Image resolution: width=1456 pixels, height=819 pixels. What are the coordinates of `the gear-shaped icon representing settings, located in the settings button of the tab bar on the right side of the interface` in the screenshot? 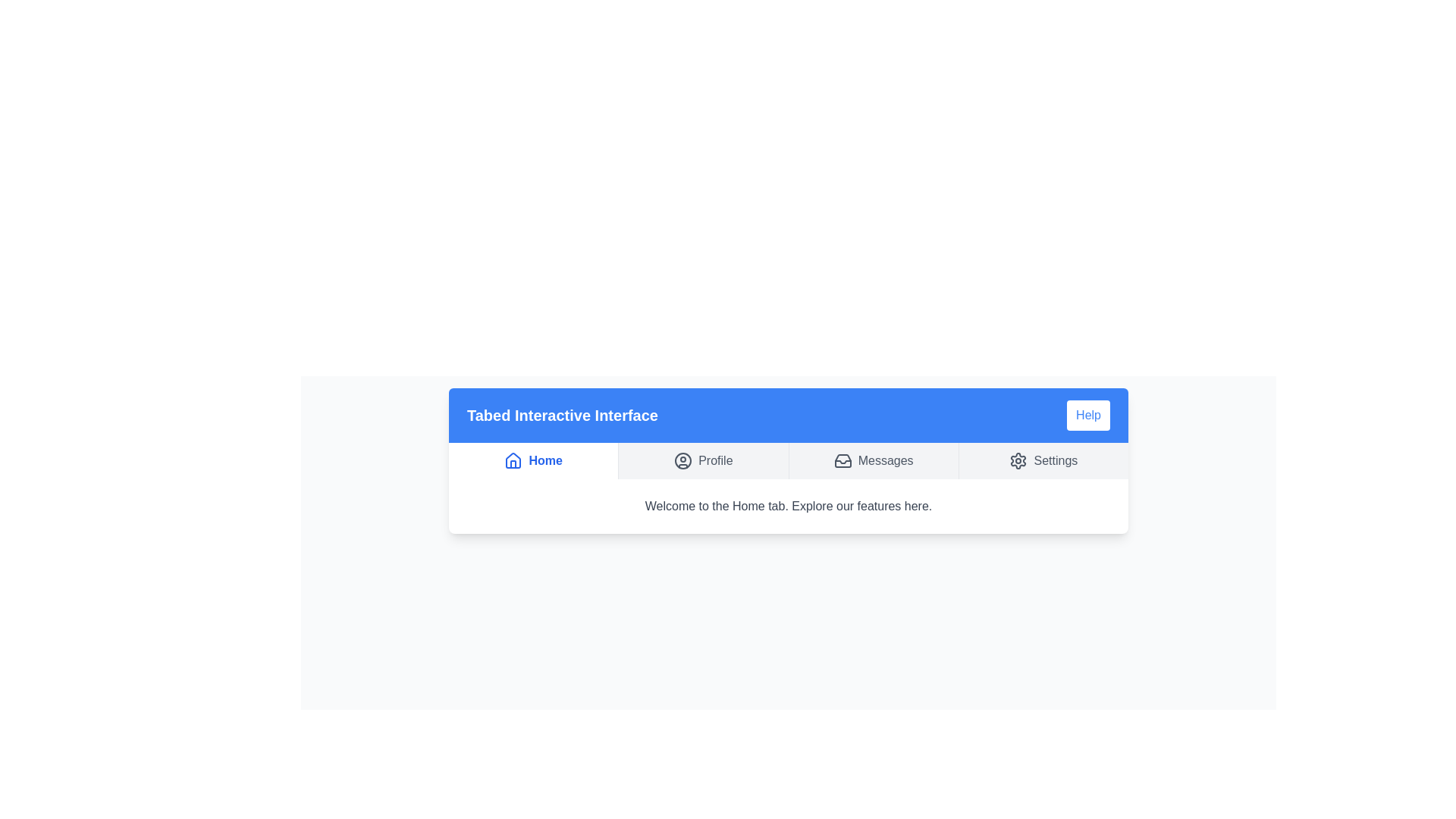 It's located at (1018, 460).